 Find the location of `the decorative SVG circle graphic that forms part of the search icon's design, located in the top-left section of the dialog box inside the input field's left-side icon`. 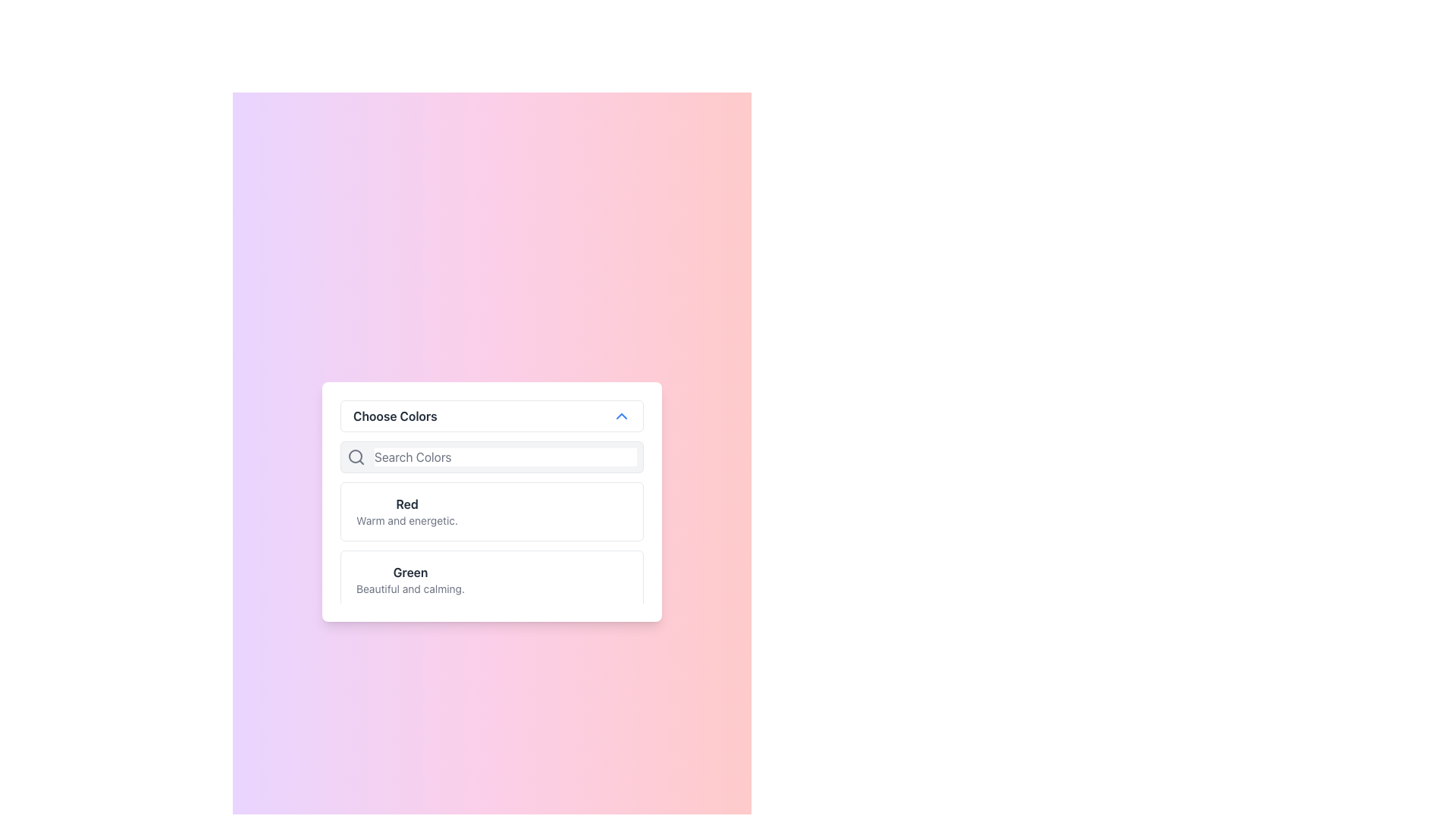

the decorative SVG circle graphic that forms part of the search icon's design, located in the top-left section of the dialog box inside the input field's left-side icon is located at coordinates (355, 455).